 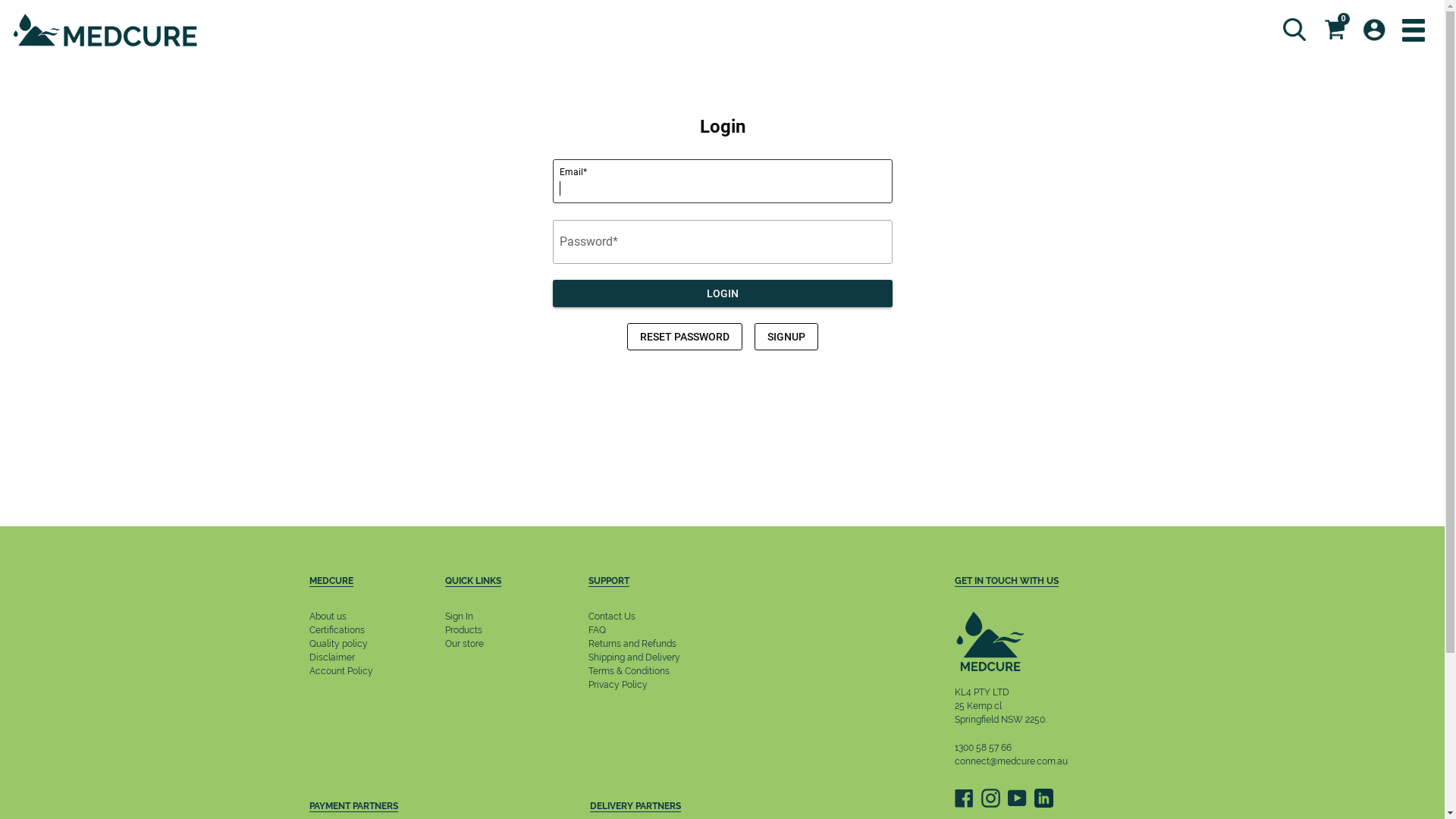 I want to click on 'Quality policy', so click(x=337, y=643).